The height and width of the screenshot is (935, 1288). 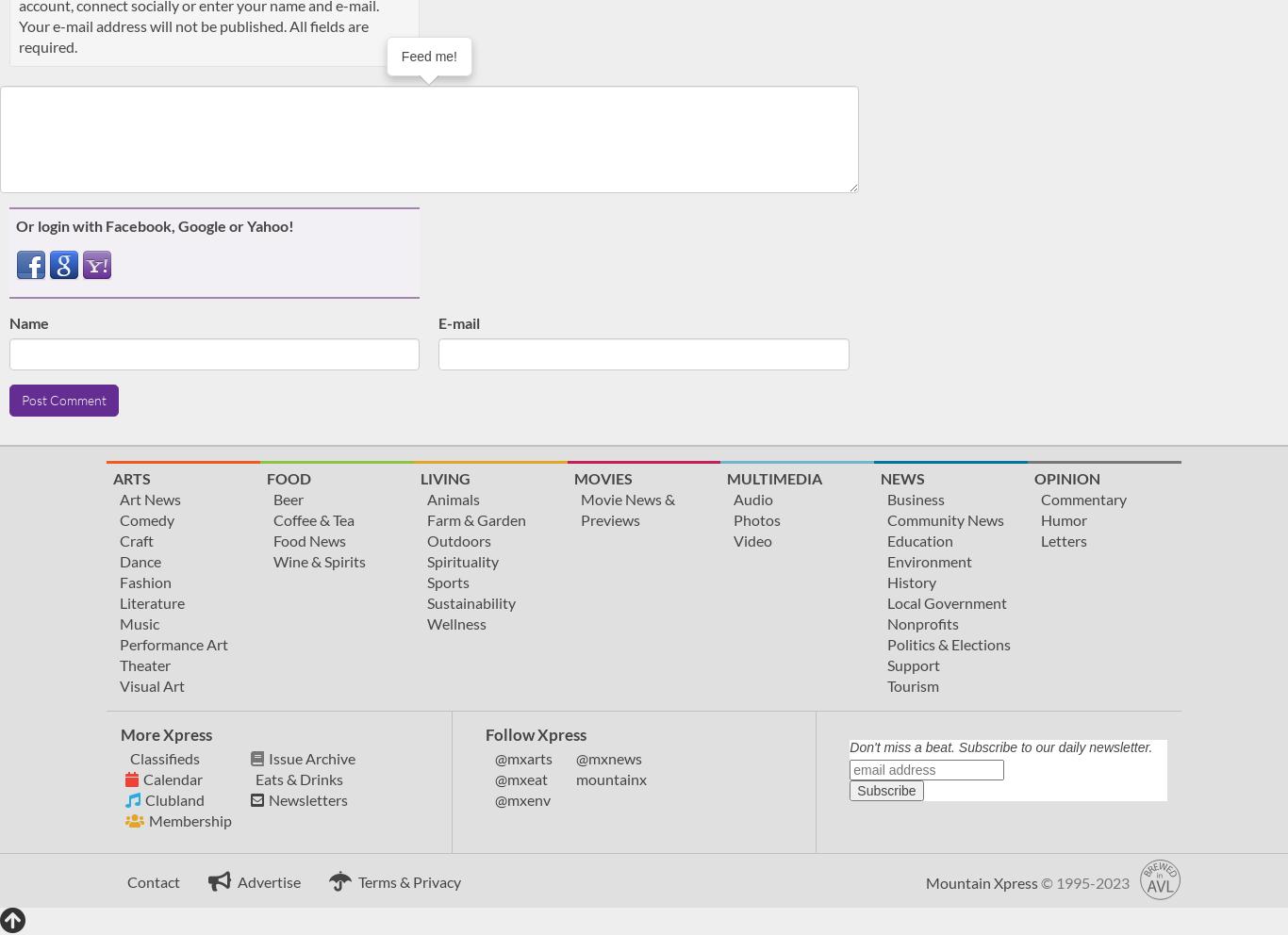 What do you see at coordinates (458, 320) in the screenshot?
I see `'E-mail'` at bounding box center [458, 320].